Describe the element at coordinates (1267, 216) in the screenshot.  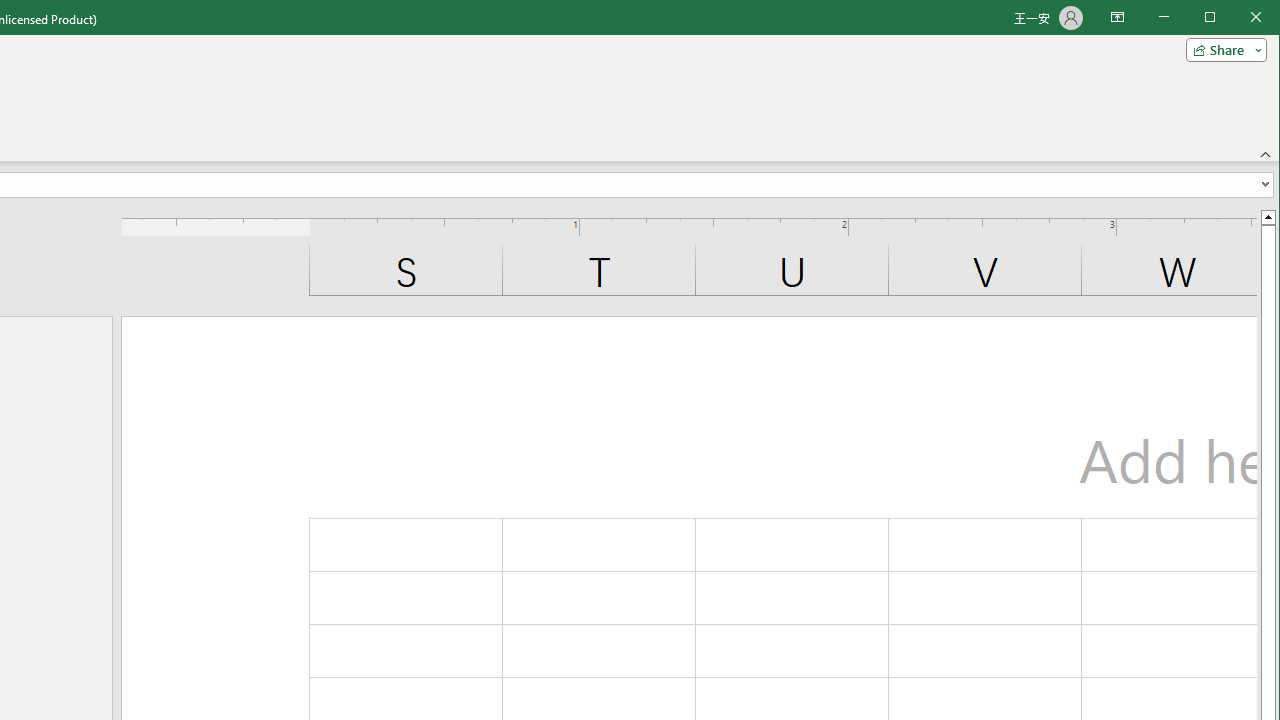
I see `'Line up'` at that location.